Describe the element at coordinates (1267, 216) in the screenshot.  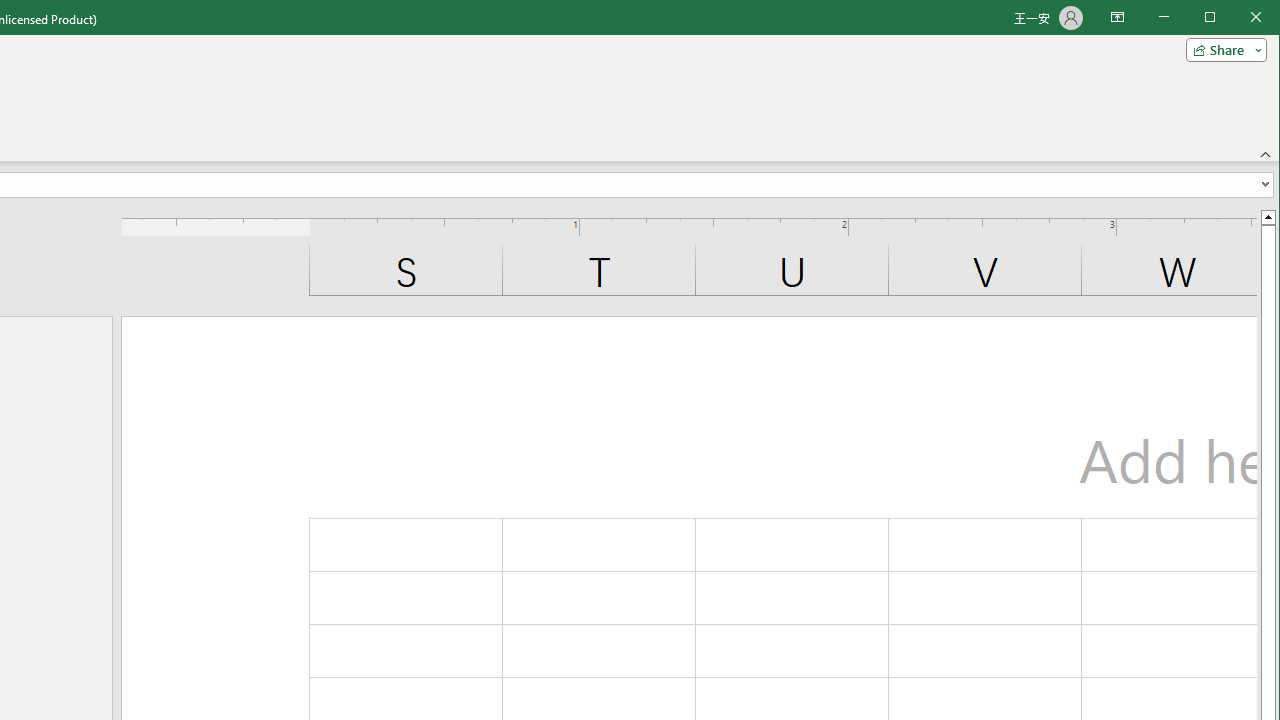
I see `'Line up'` at that location.